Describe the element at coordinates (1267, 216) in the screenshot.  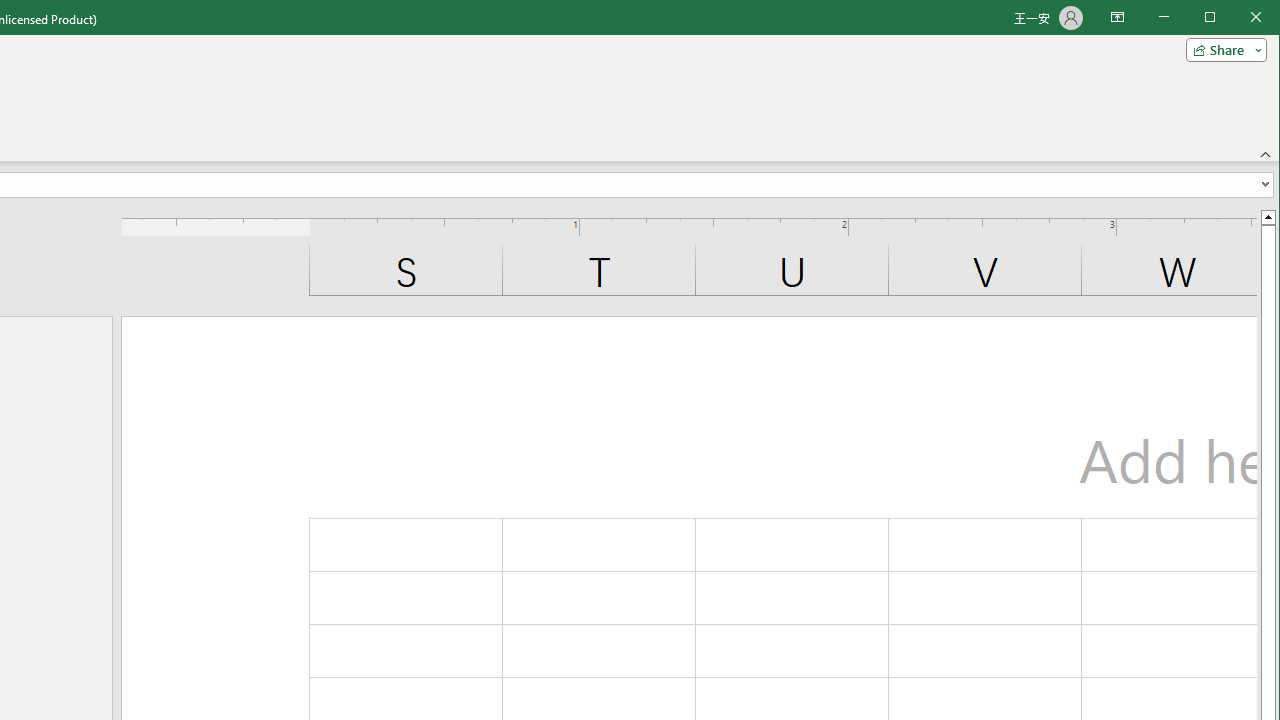
I see `'Line up'` at that location.